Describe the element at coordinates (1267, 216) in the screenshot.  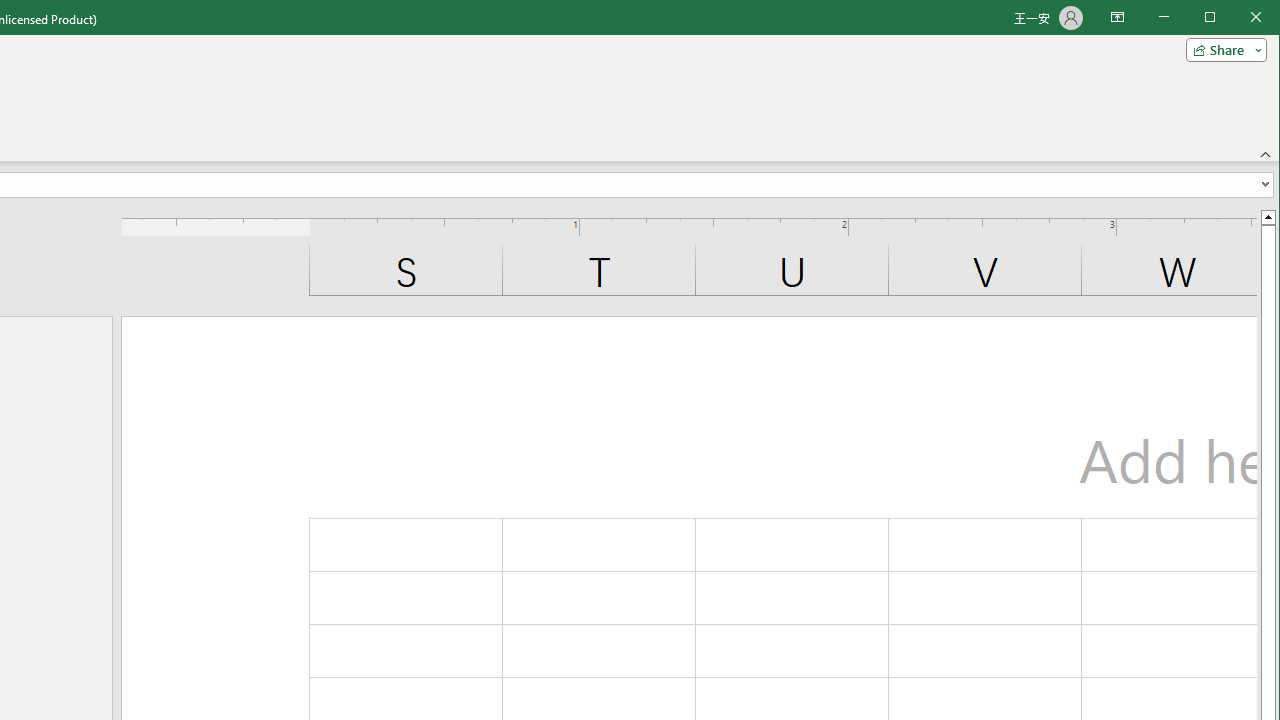
I see `'Line up'` at that location.